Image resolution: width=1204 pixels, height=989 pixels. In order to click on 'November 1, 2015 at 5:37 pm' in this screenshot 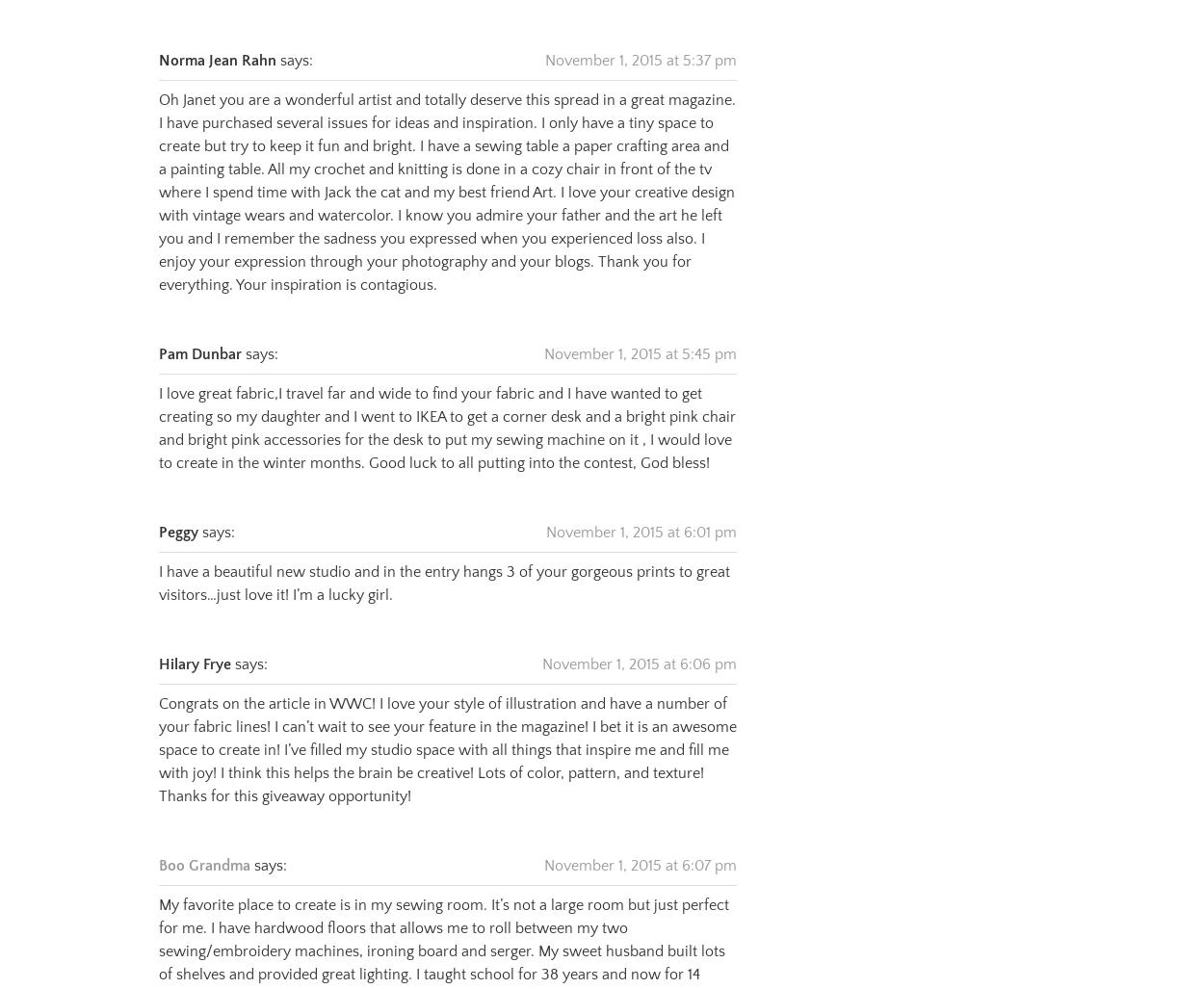, I will do `click(544, 36)`.